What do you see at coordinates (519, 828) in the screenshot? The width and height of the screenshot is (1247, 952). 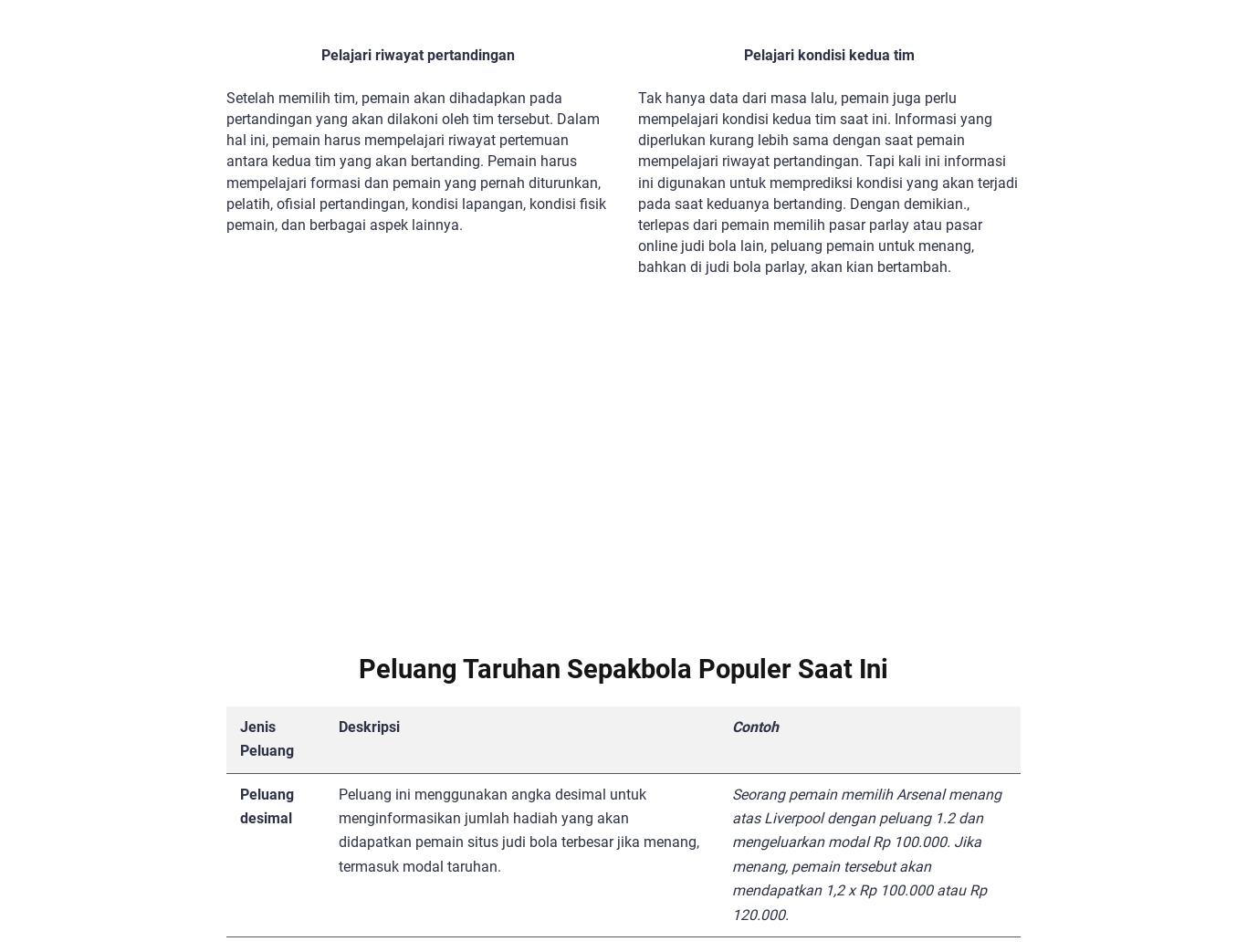 I see `'Peluang ini menggunakan angka desimal untuk menginformasikan jumlah hadiah yang akan didapatkan pemain situs judi bola terbesar jika menang, termasuk modal taruhan.'` at bounding box center [519, 828].